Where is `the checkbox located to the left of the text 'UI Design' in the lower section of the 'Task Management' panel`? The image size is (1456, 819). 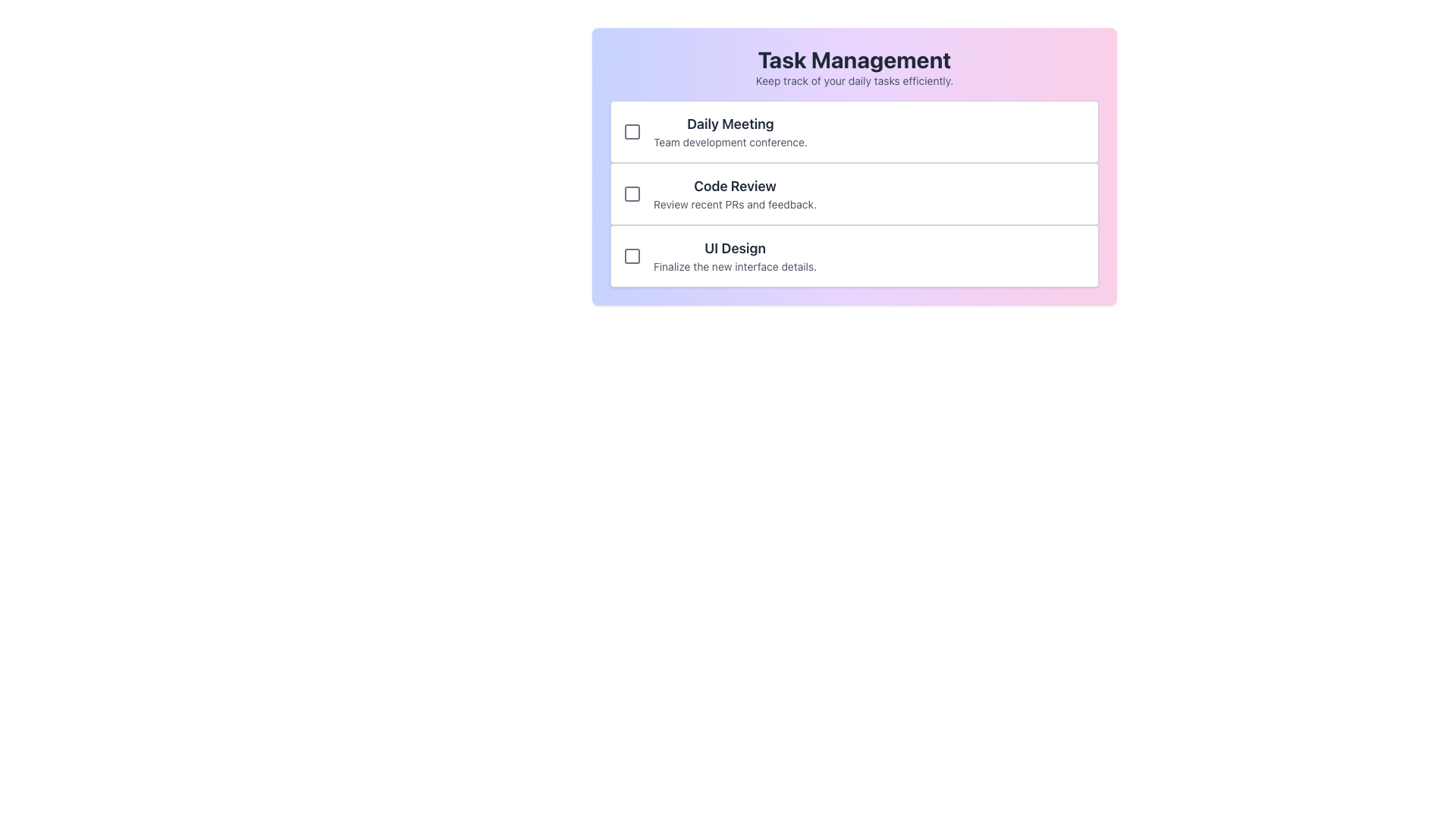
the checkbox located to the left of the text 'UI Design' in the lower section of the 'Task Management' panel is located at coordinates (632, 256).